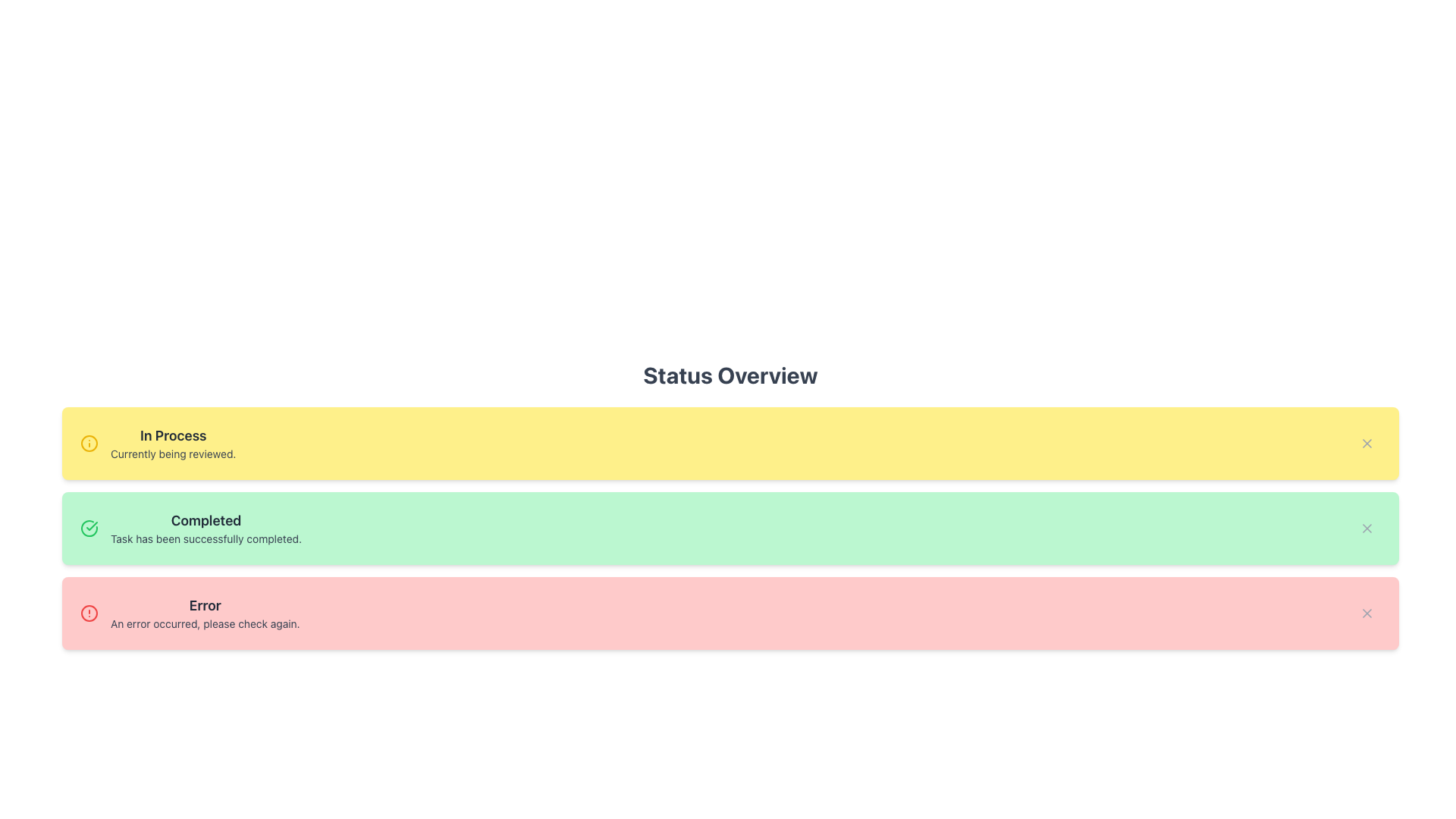 The height and width of the screenshot is (819, 1456). Describe the element at coordinates (204, 604) in the screenshot. I see `the title text of the error alert box, which is positioned at the top of the red alert box, drawing attention to the error message below` at that location.